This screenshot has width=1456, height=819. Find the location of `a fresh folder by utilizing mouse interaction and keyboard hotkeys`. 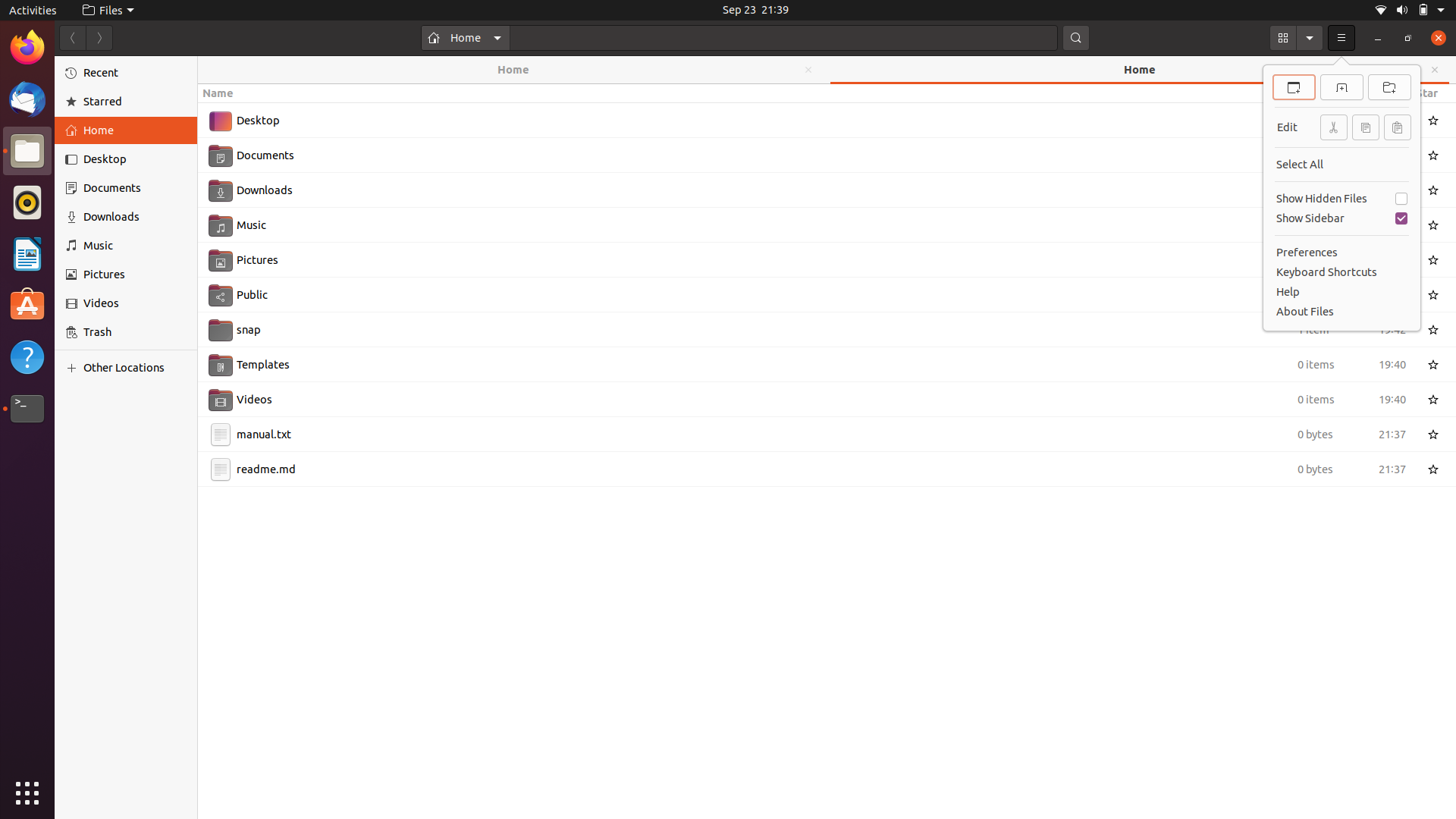

a fresh folder by utilizing mouse interaction and keyboard hotkeys is located at coordinates (1390, 86).